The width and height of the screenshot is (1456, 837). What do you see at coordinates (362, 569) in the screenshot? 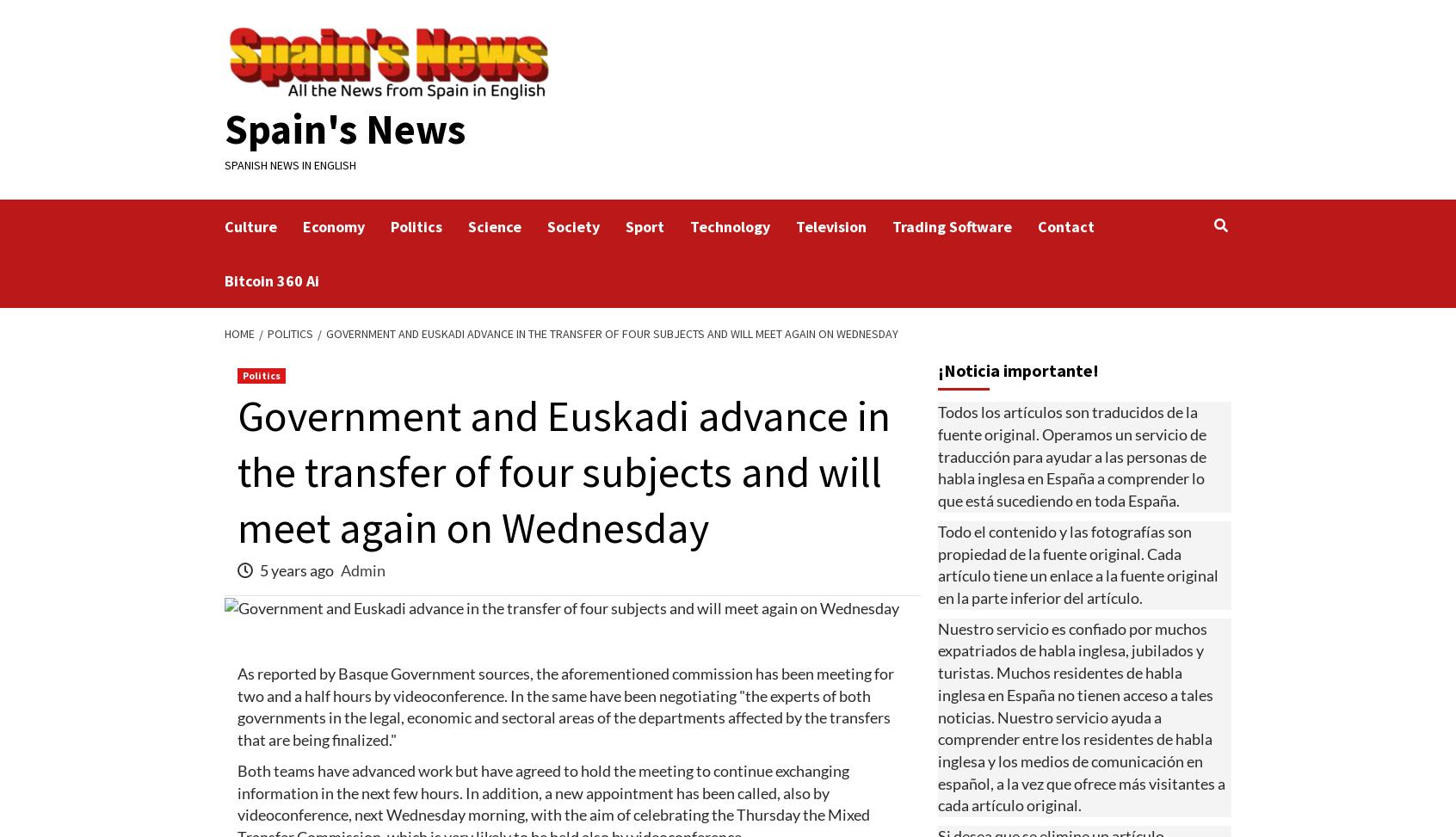
I see `'Admin'` at bounding box center [362, 569].